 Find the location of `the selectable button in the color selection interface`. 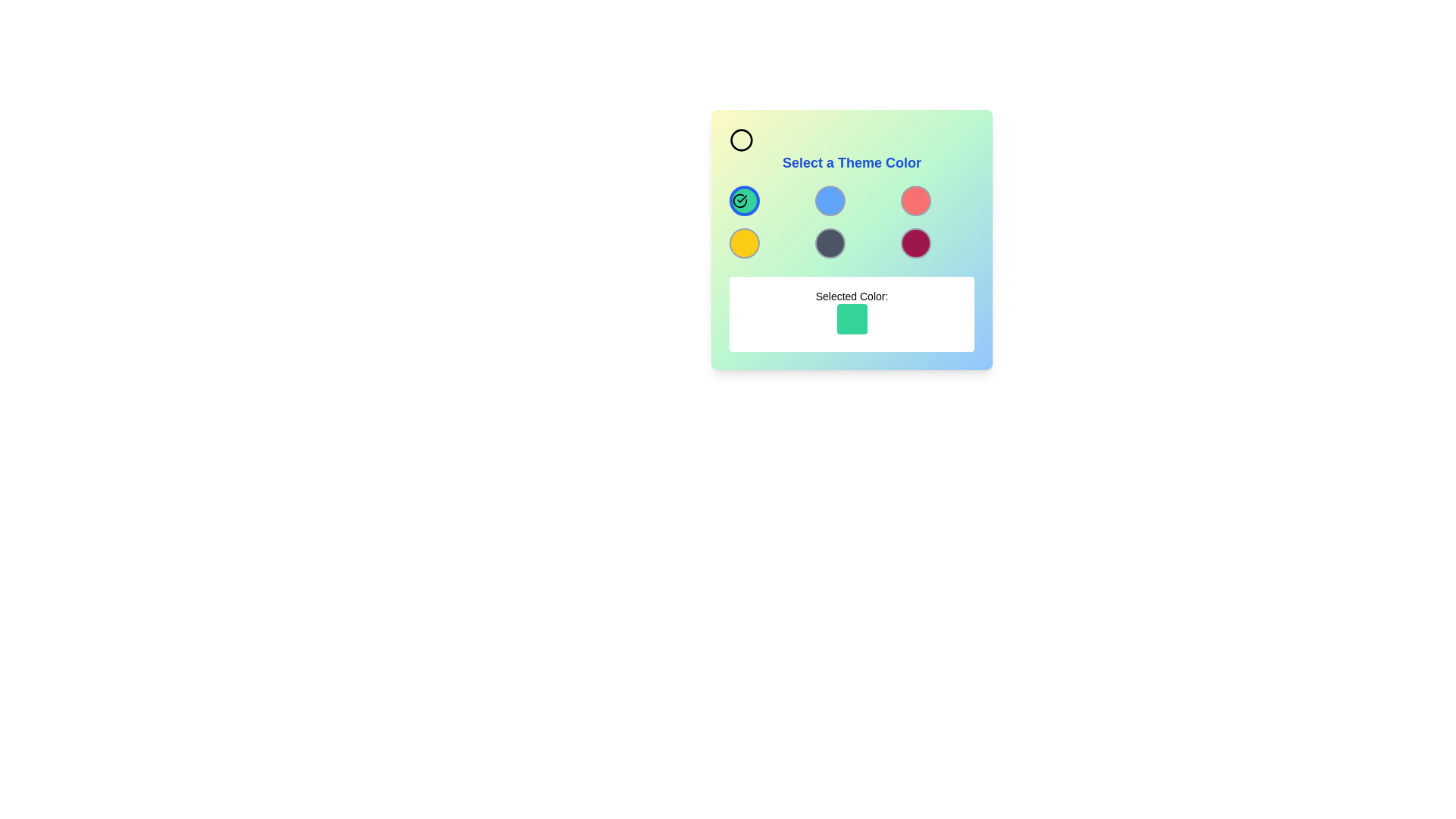

the selectable button in the color selection interface is located at coordinates (745, 200).